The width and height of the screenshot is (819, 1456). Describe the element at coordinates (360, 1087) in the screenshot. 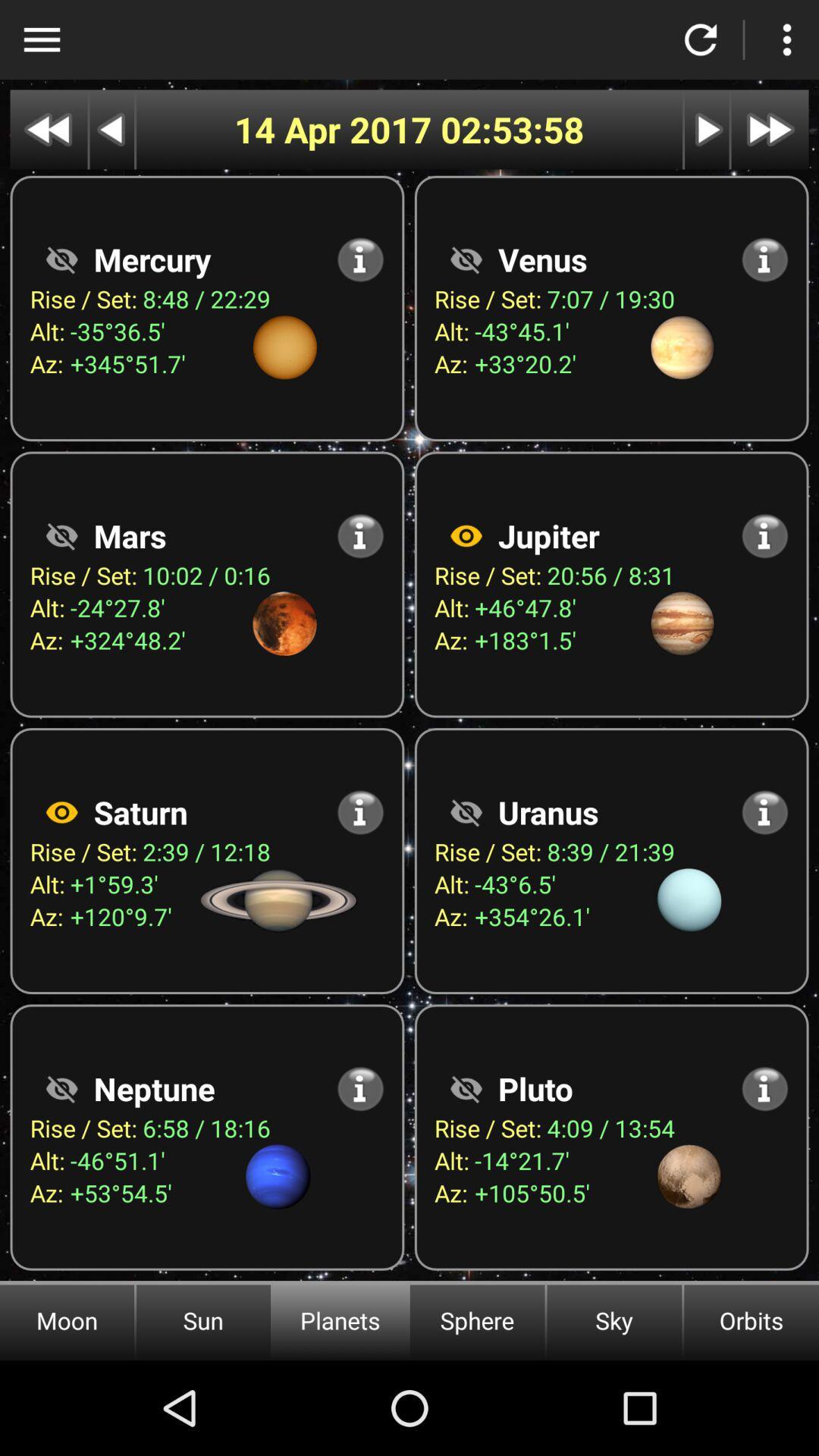

I see `activate neptune information icon` at that location.